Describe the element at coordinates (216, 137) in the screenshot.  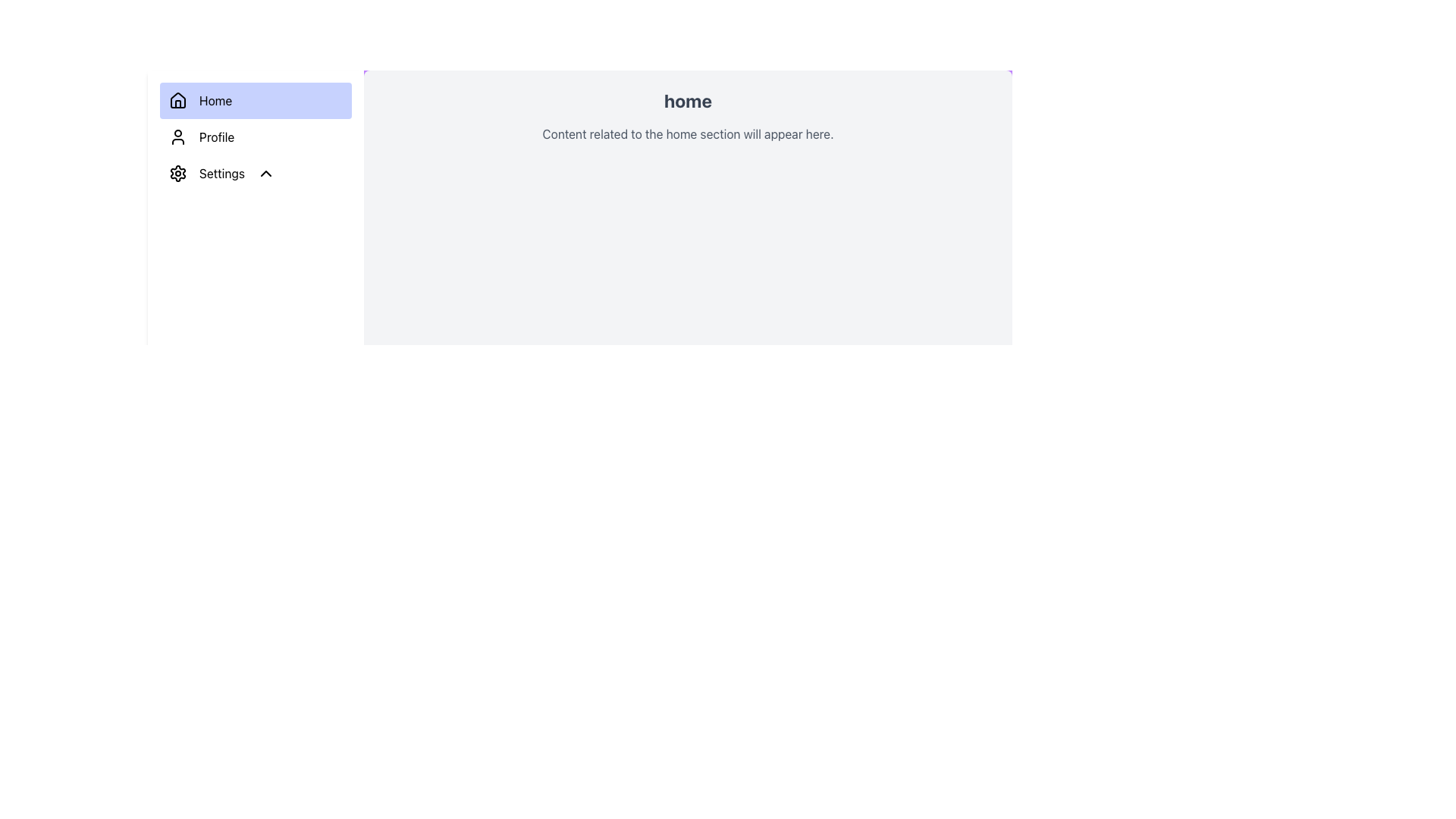
I see `the 'Profile' label in the sidebar menu, which is the second item after 'Home' and before 'Settings', displaying in black font and aligned with a user silhouette icon` at that location.